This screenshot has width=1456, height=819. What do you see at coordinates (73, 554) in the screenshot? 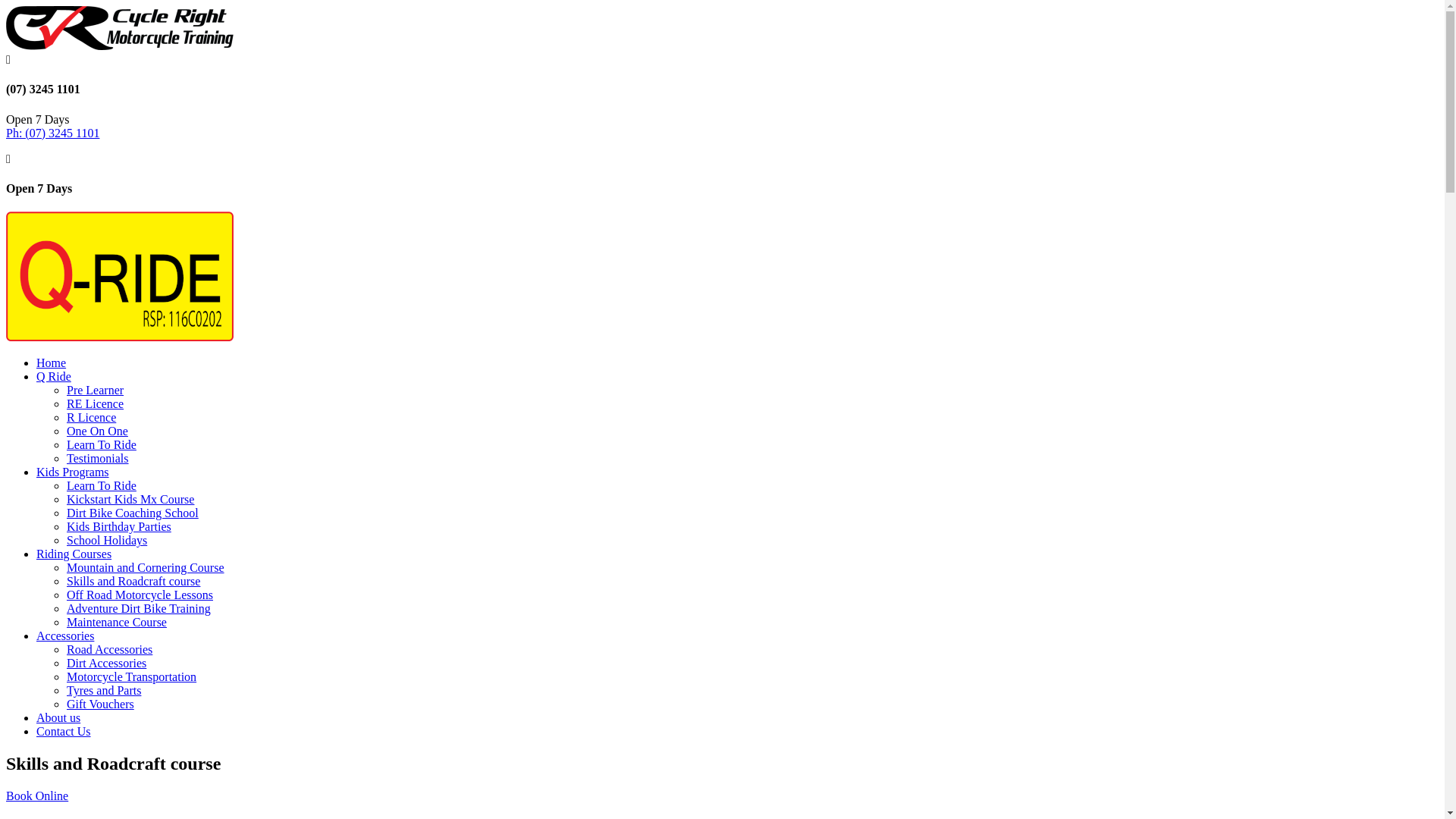
I see `'Riding Courses'` at bounding box center [73, 554].